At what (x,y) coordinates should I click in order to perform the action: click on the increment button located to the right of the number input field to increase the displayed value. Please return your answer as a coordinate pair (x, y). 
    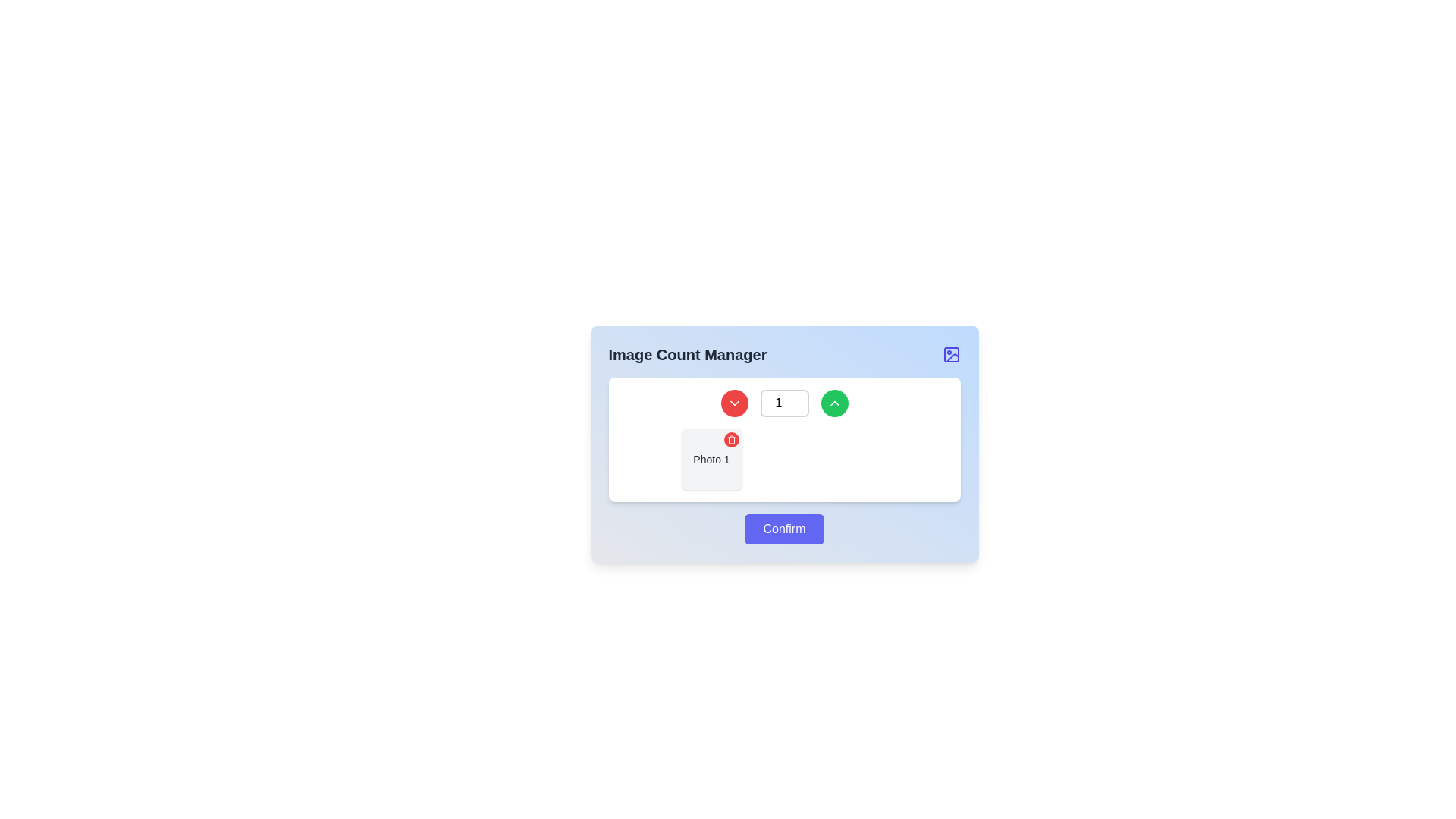
    Looking at the image, I should click on (833, 403).